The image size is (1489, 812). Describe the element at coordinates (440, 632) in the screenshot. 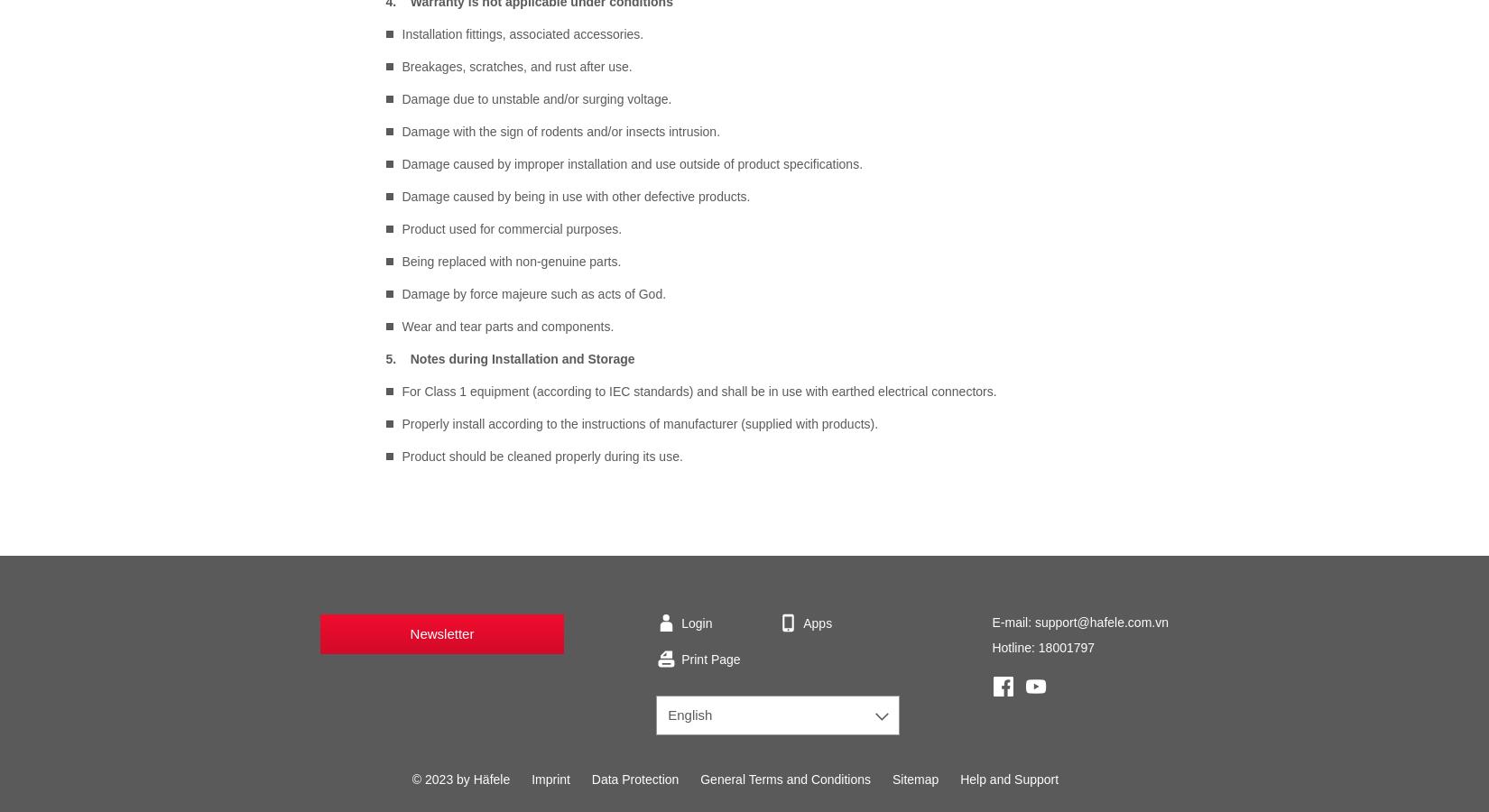

I see `'Newsletter'` at that location.